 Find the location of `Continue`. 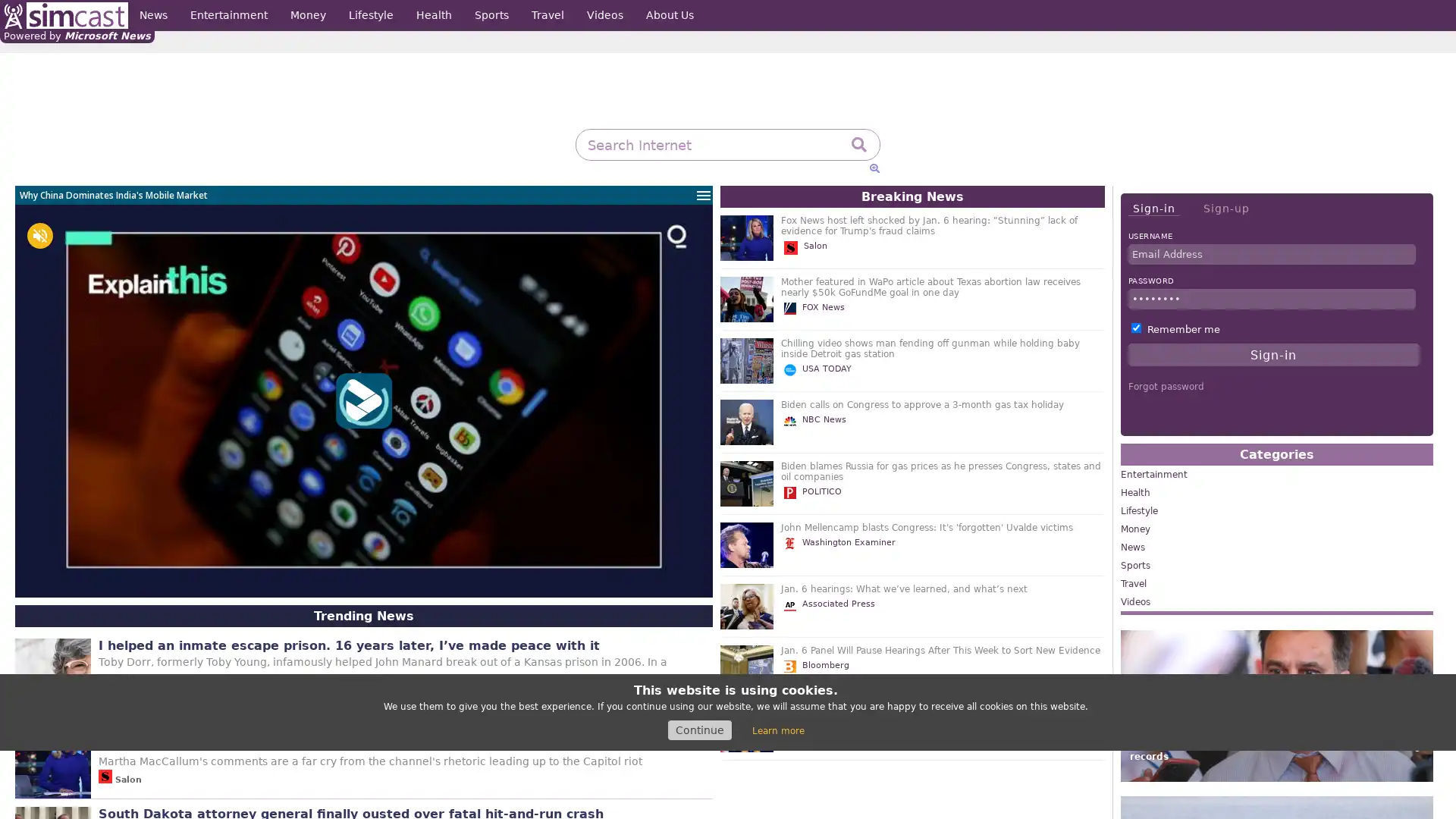

Continue is located at coordinates (698, 730).